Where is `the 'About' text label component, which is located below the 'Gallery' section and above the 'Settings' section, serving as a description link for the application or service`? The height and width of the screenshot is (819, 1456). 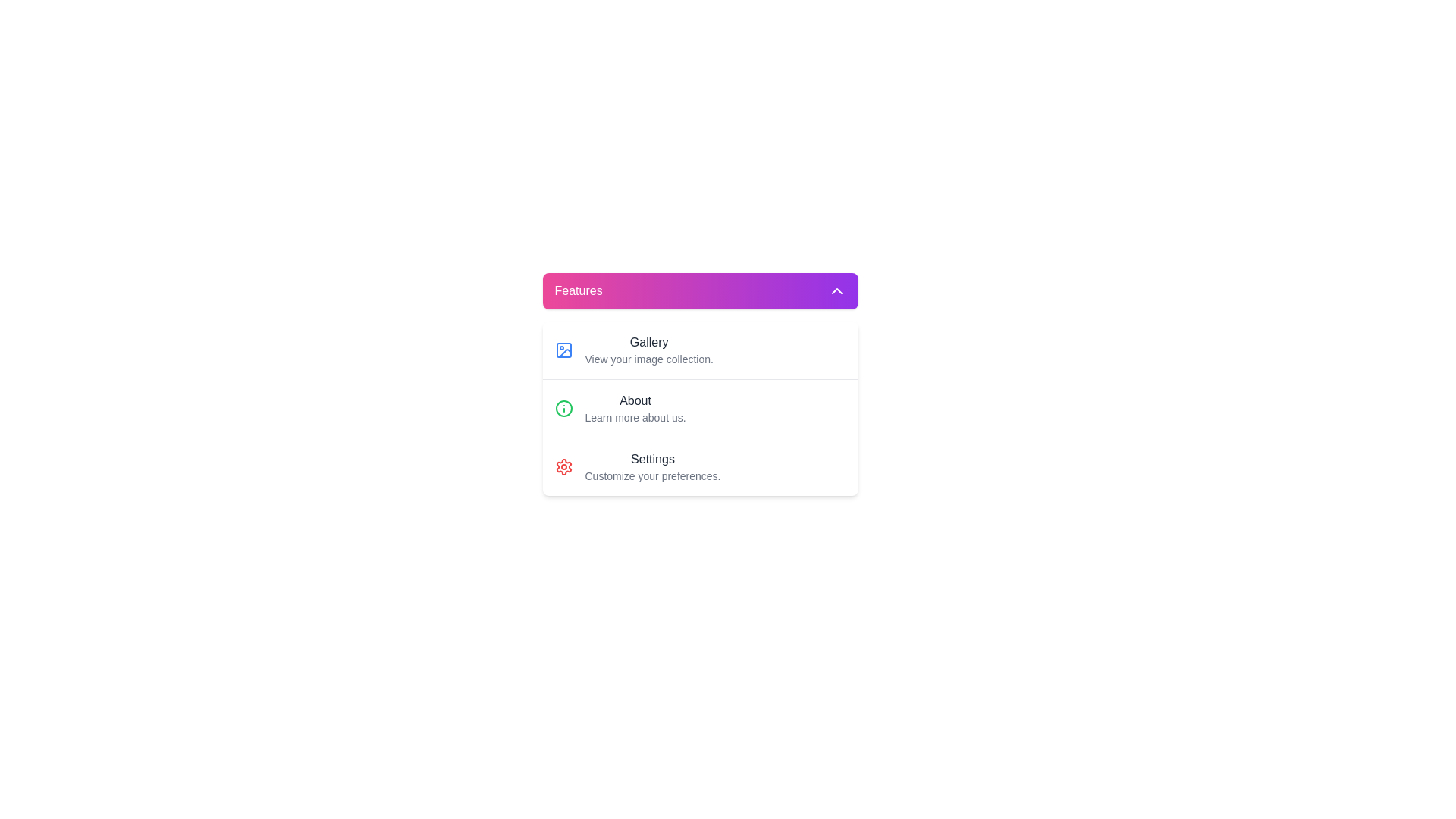
the 'About' text label component, which is located below the 'Gallery' section and above the 'Settings' section, serving as a description link for the application or service is located at coordinates (635, 408).